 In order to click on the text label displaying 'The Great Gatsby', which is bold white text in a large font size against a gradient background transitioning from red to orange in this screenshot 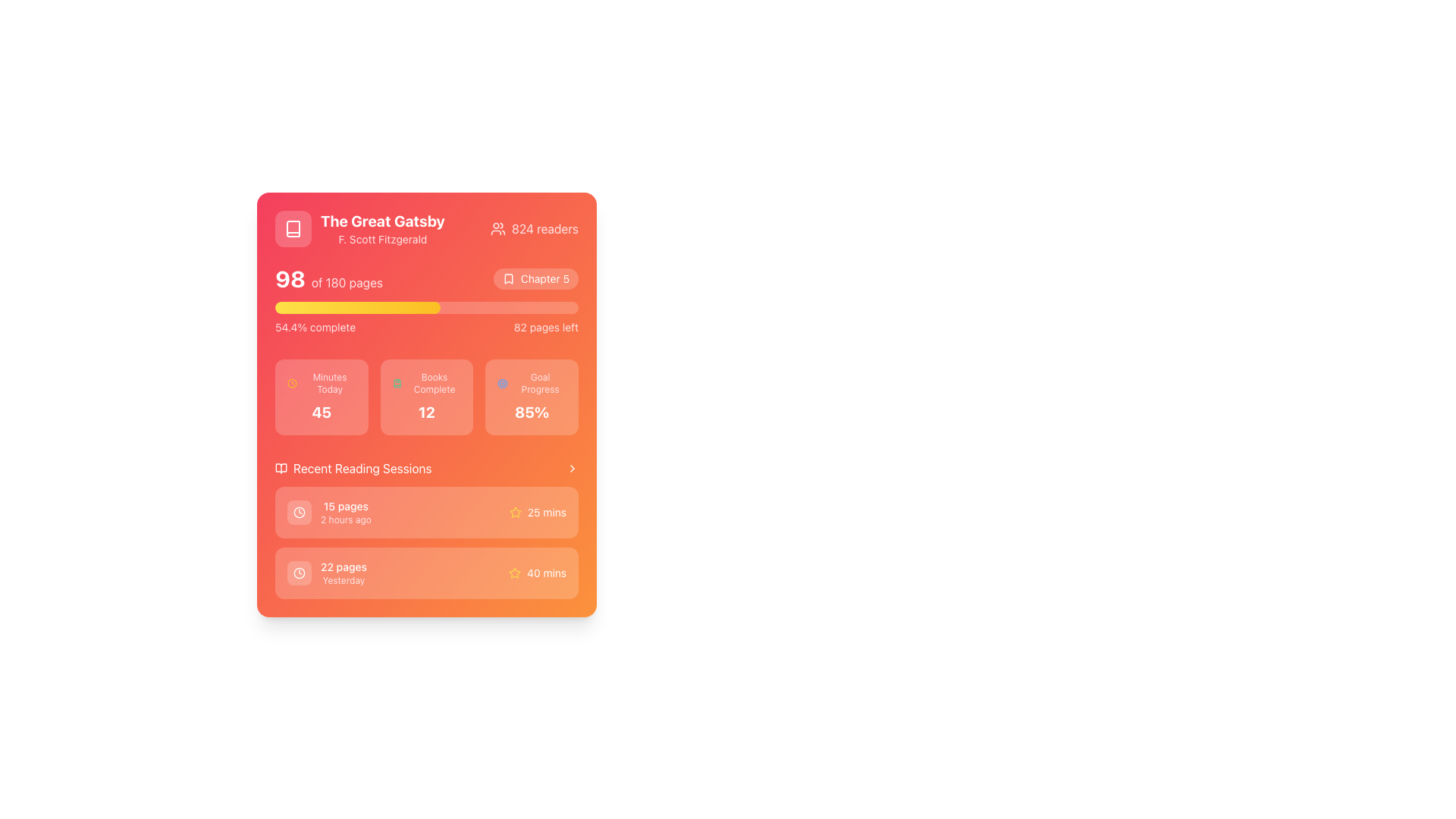, I will do `click(382, 221)`.